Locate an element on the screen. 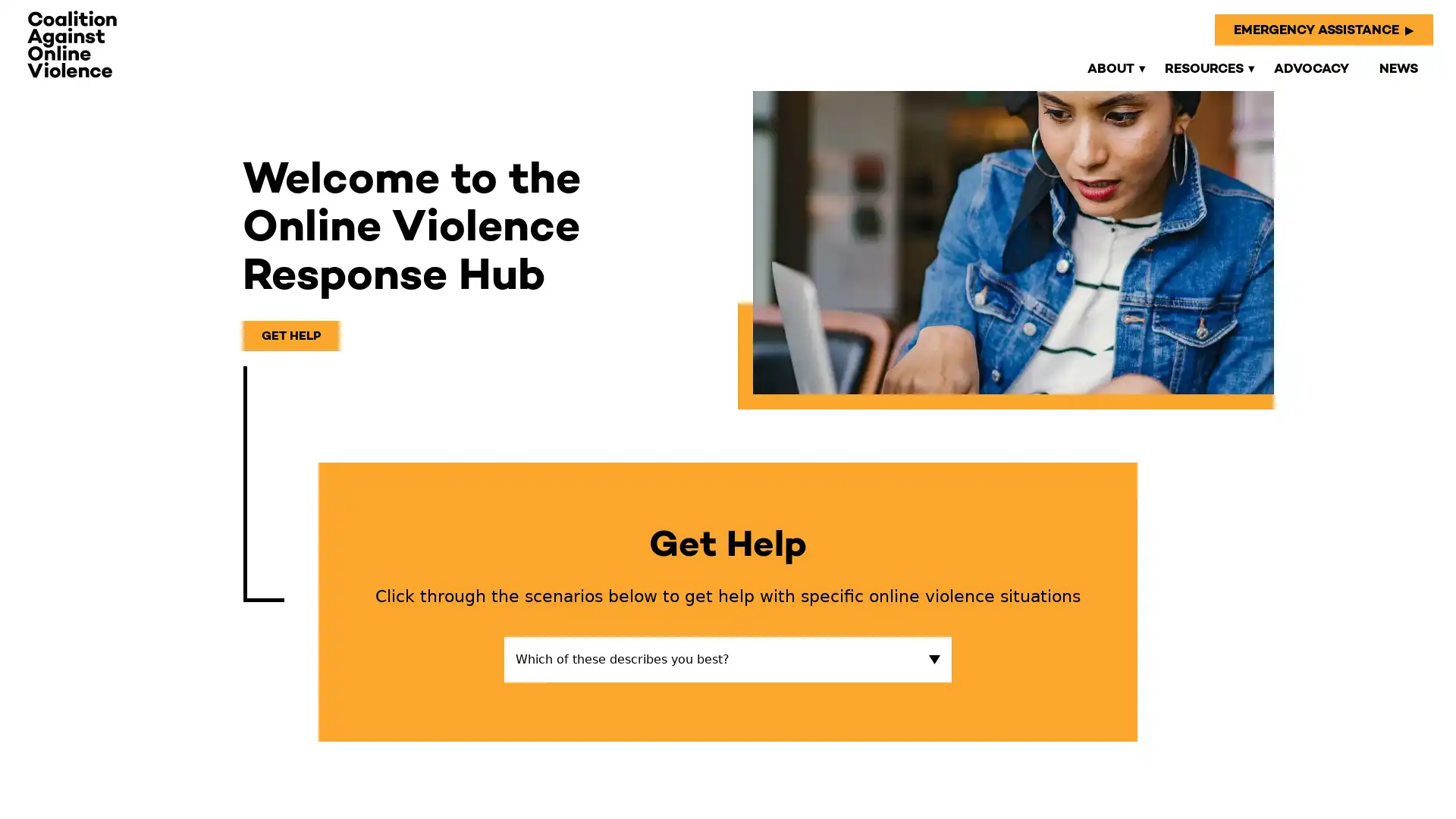 The image size is (1456, 819). GET HELP is located at coordinates (291, 334).